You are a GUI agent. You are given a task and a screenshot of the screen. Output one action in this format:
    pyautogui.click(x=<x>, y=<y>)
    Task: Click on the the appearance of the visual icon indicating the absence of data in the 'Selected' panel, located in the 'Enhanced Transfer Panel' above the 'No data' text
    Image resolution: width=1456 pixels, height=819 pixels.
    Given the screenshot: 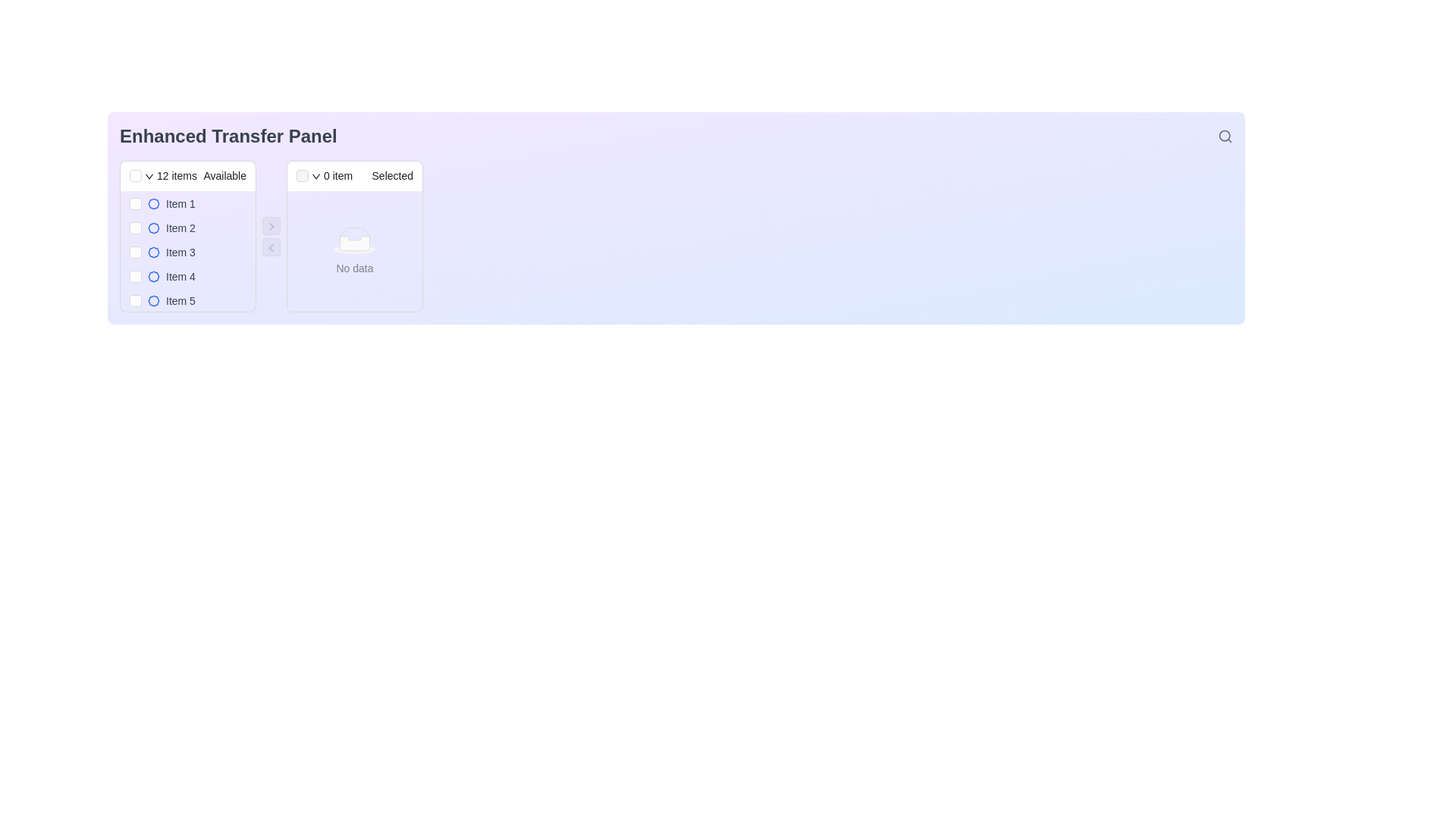 What is the action you would take?
    pyautogui.click(x=353, y=239)
    